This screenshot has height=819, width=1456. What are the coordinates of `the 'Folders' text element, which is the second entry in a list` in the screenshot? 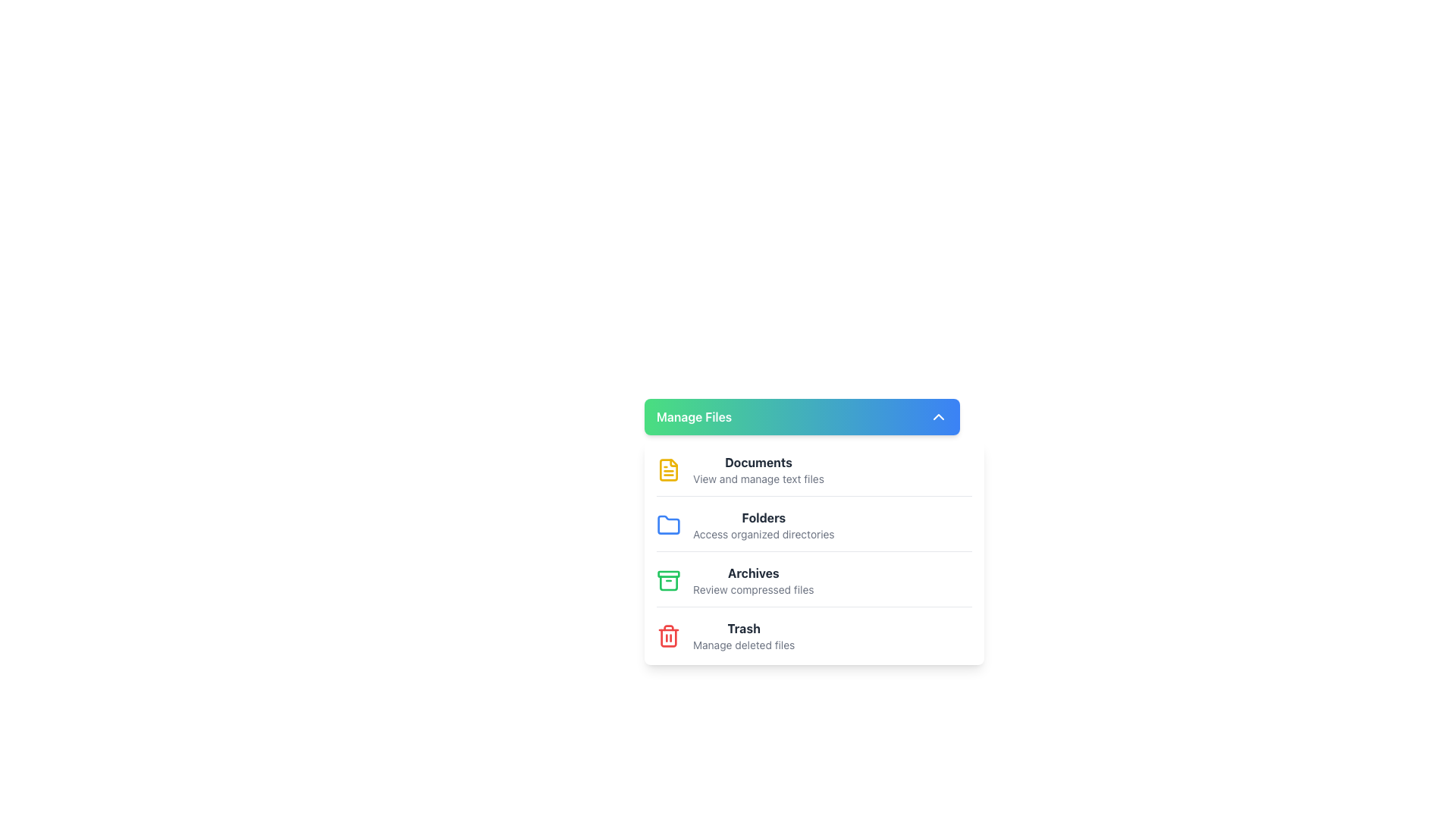 It's located at (764, 525).